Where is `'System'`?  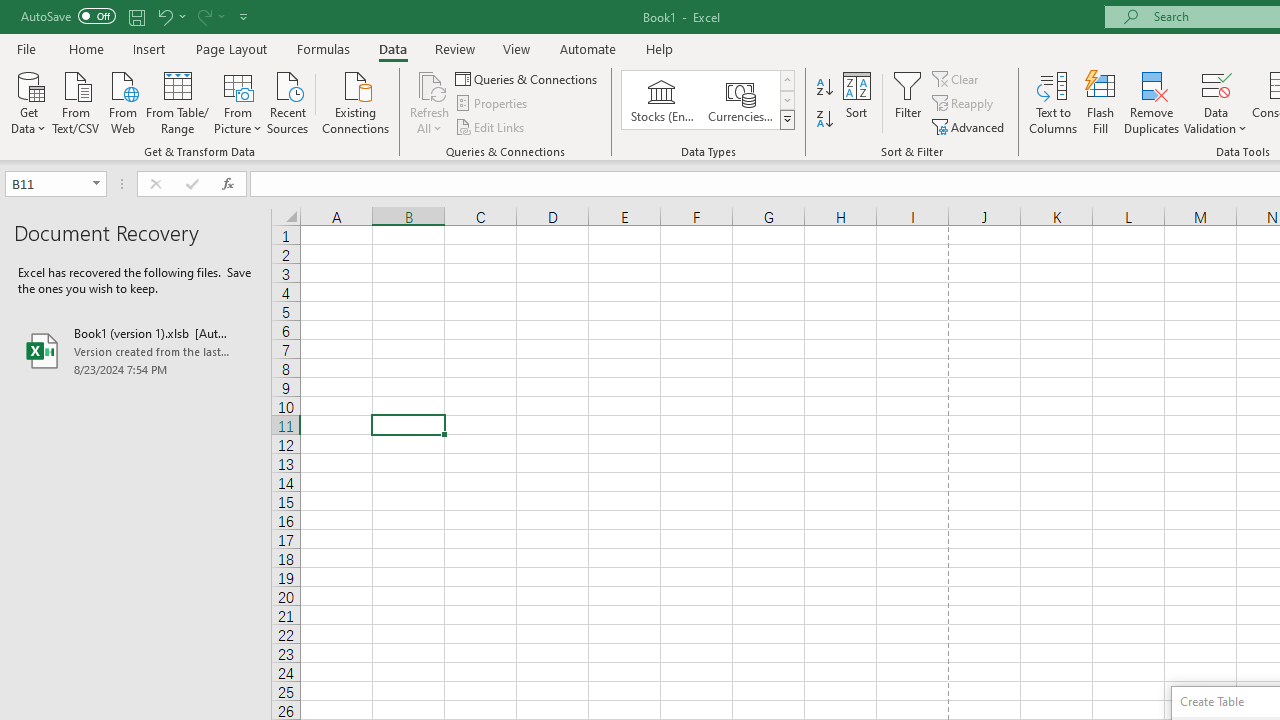
'System' is located at coordinates (10, 11).